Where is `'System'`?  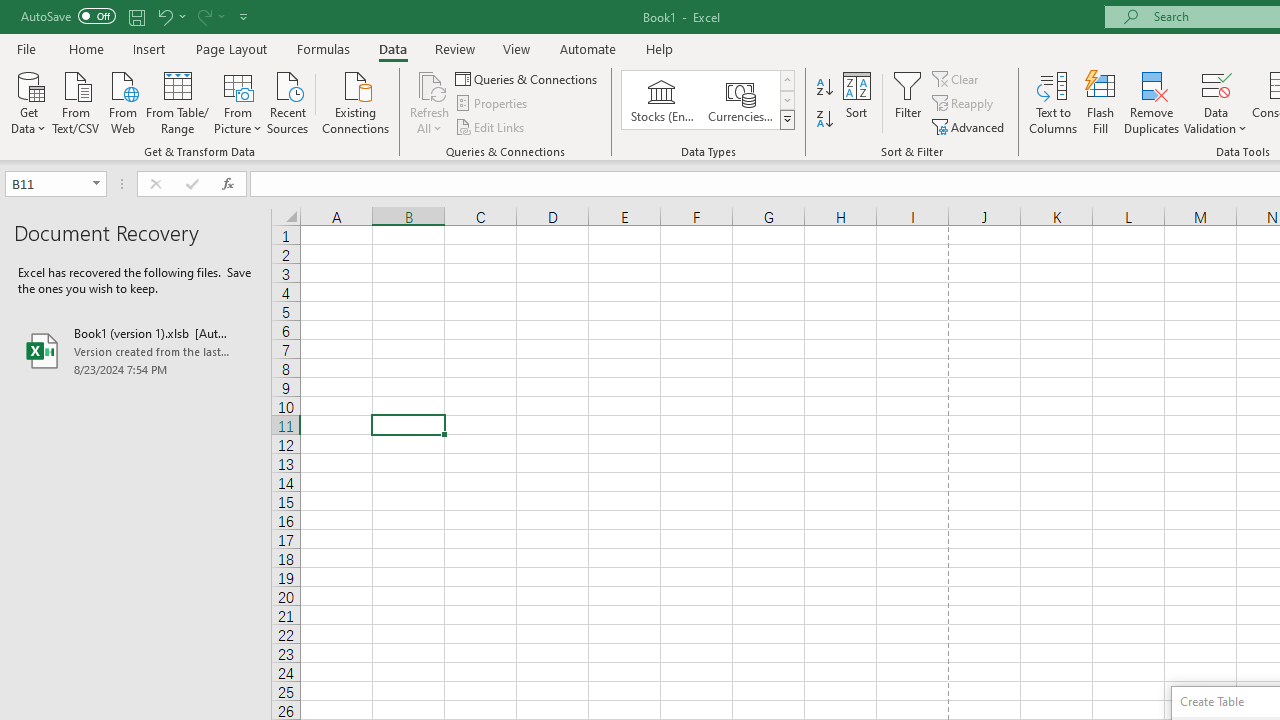
'System' is located at coordinates (10, 11).